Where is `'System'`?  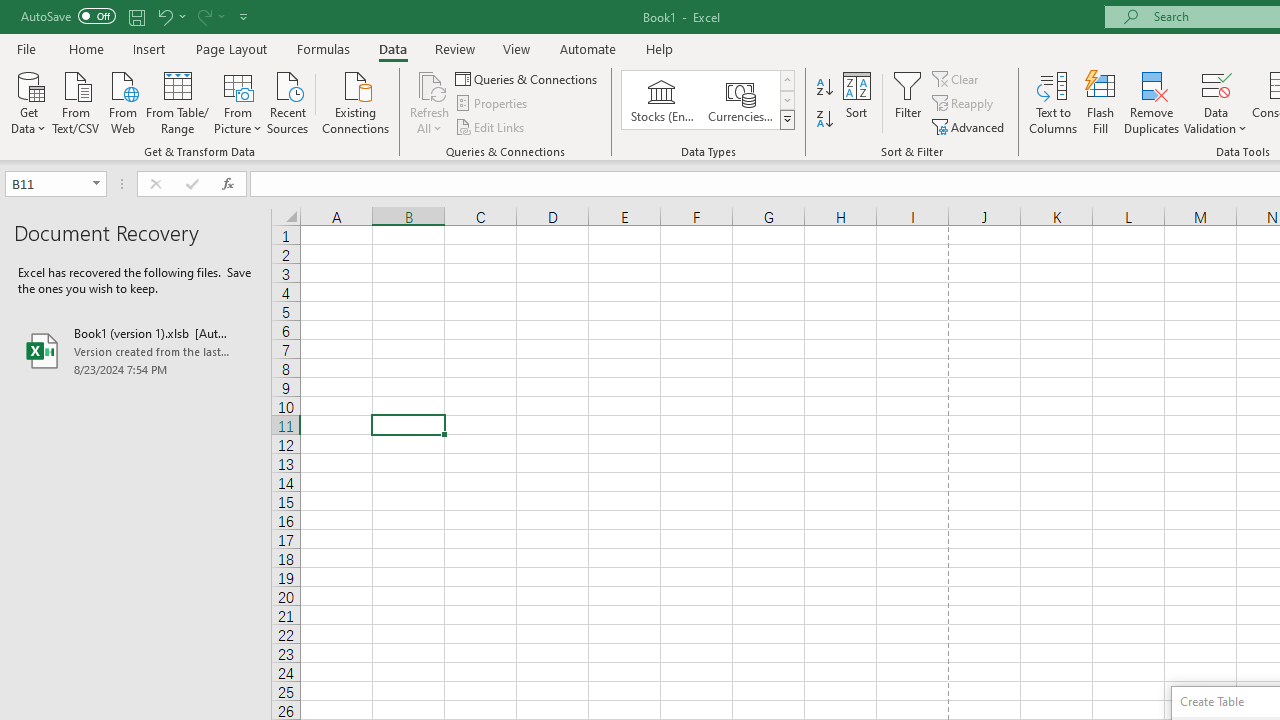
'System' is located at coordinates (10, 11).